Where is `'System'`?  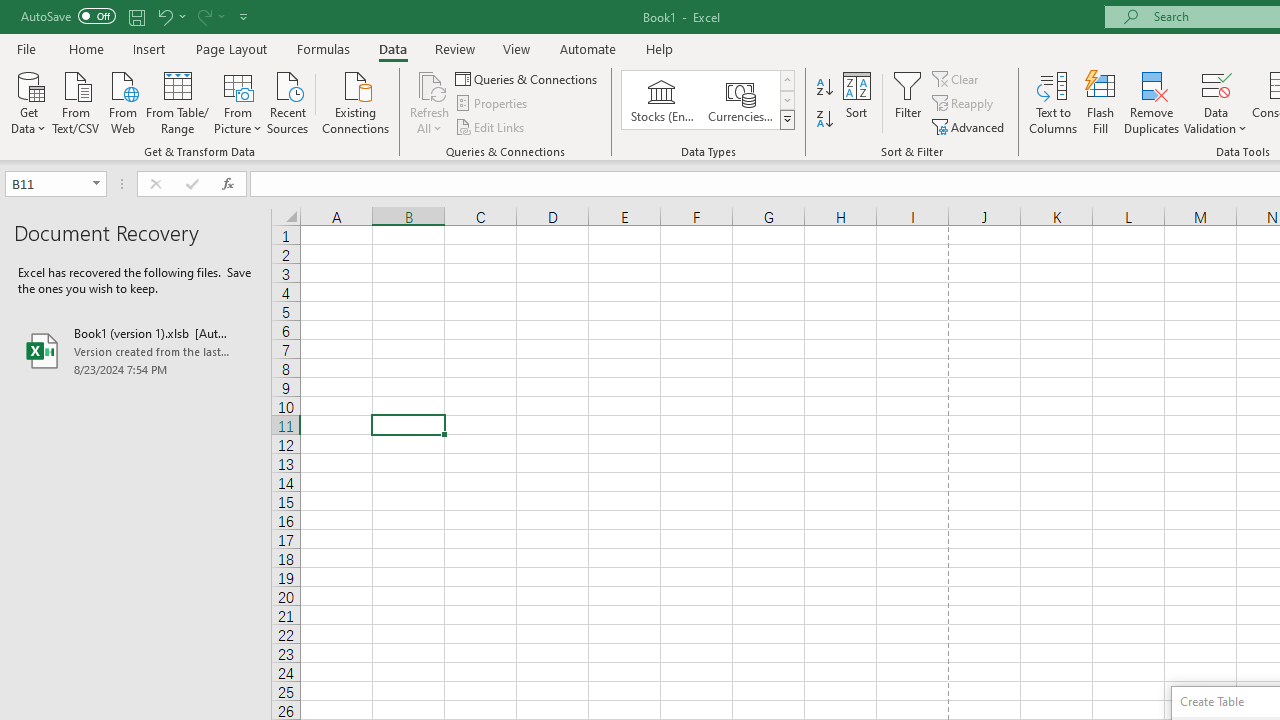
'System' is located at coordinates (10, 11).